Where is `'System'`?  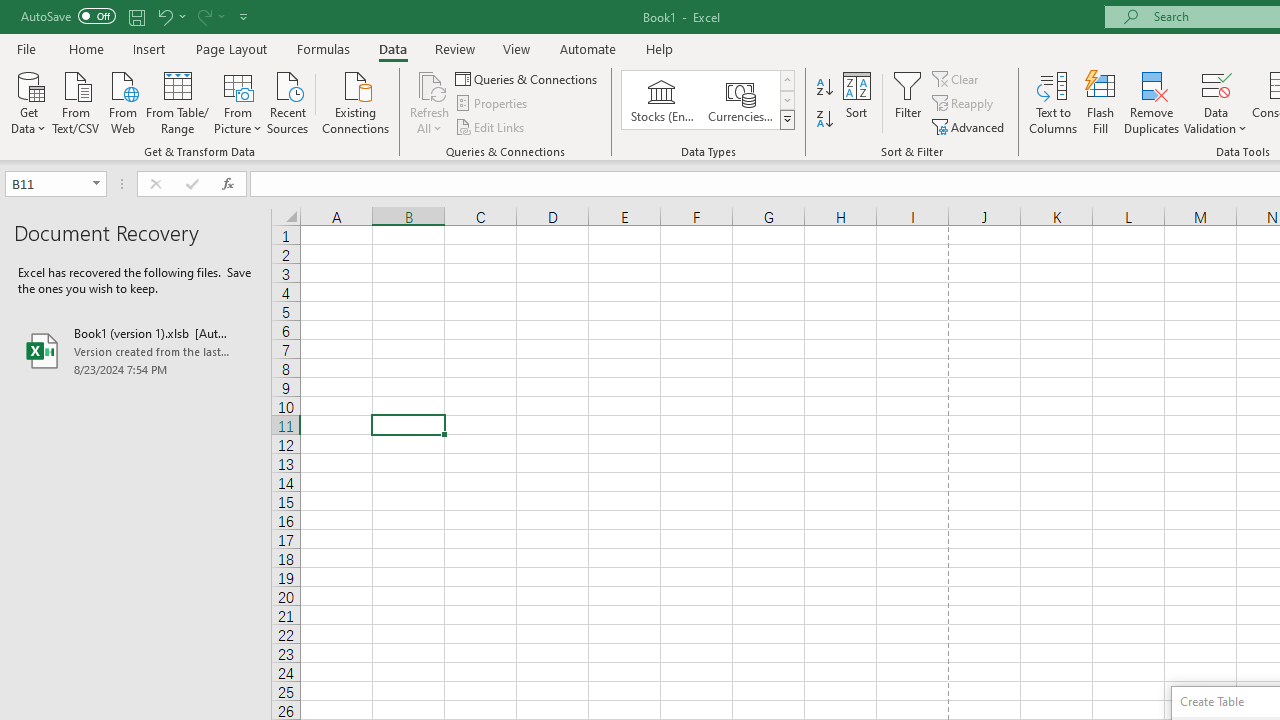
'System' is located at coordinates (10, 11).